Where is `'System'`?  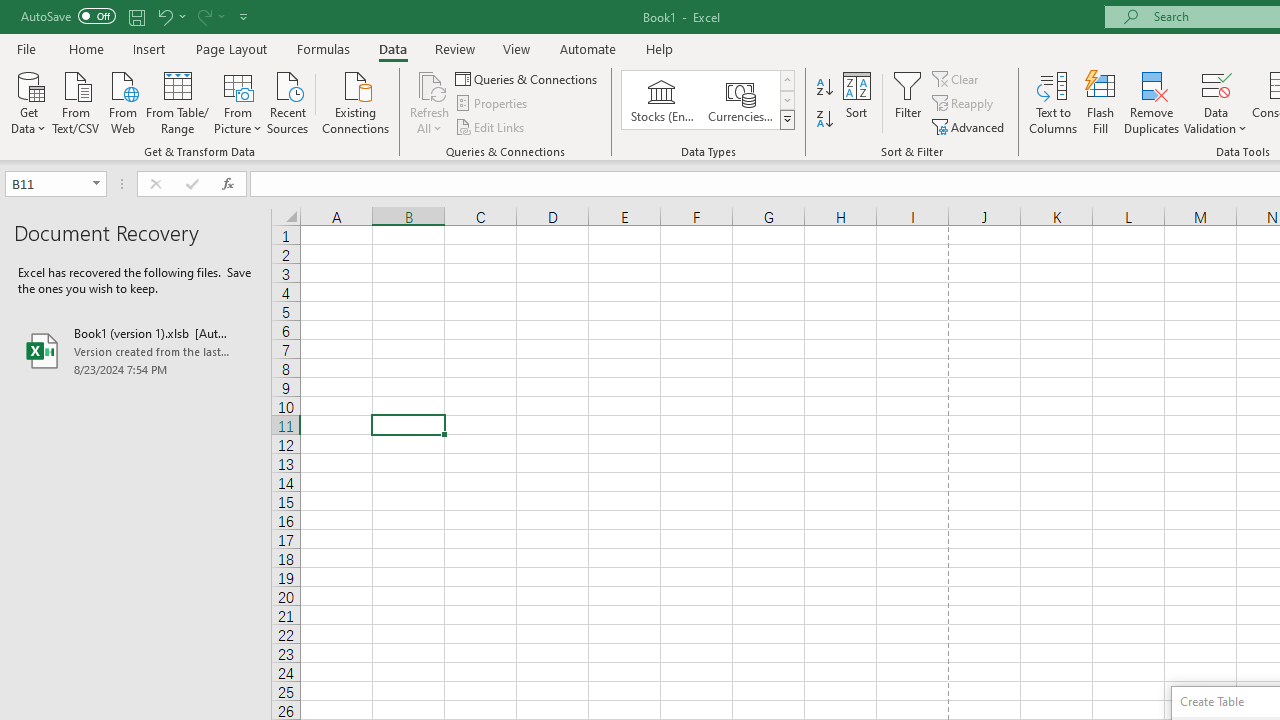
'System' is located at coordinates (10, 11).